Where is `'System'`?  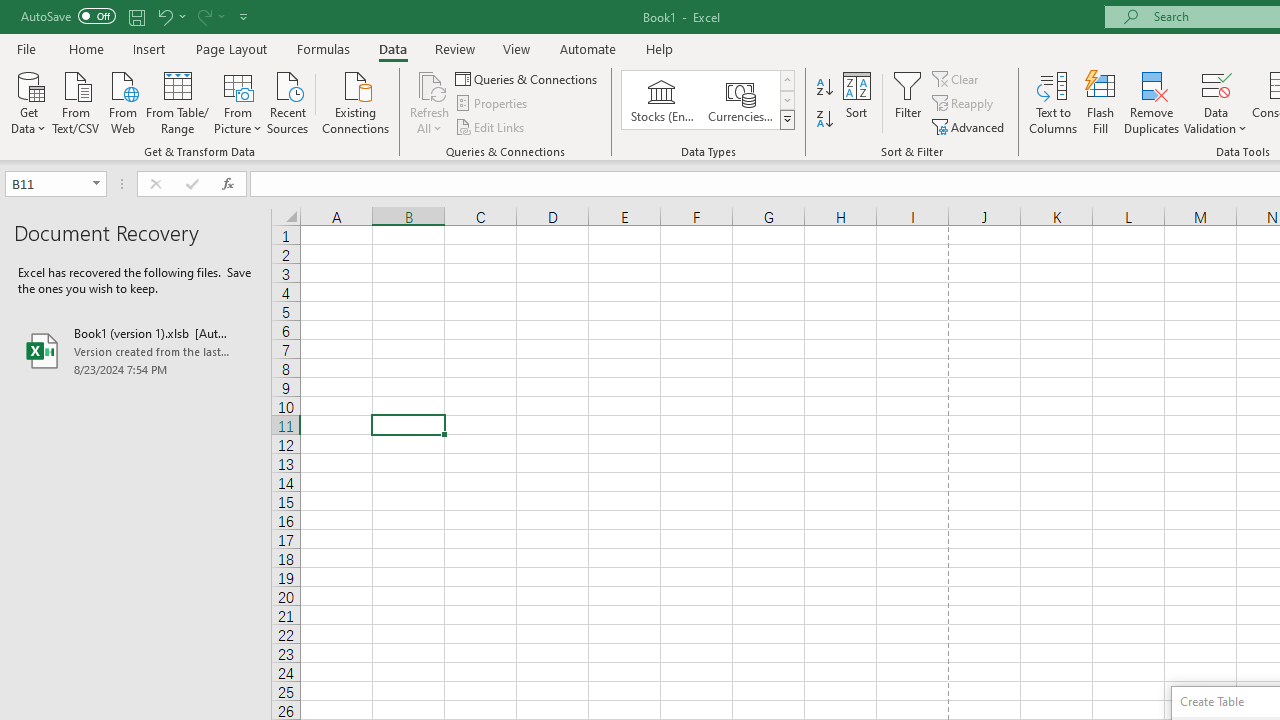
'System' is located at coordinates (10, 11).